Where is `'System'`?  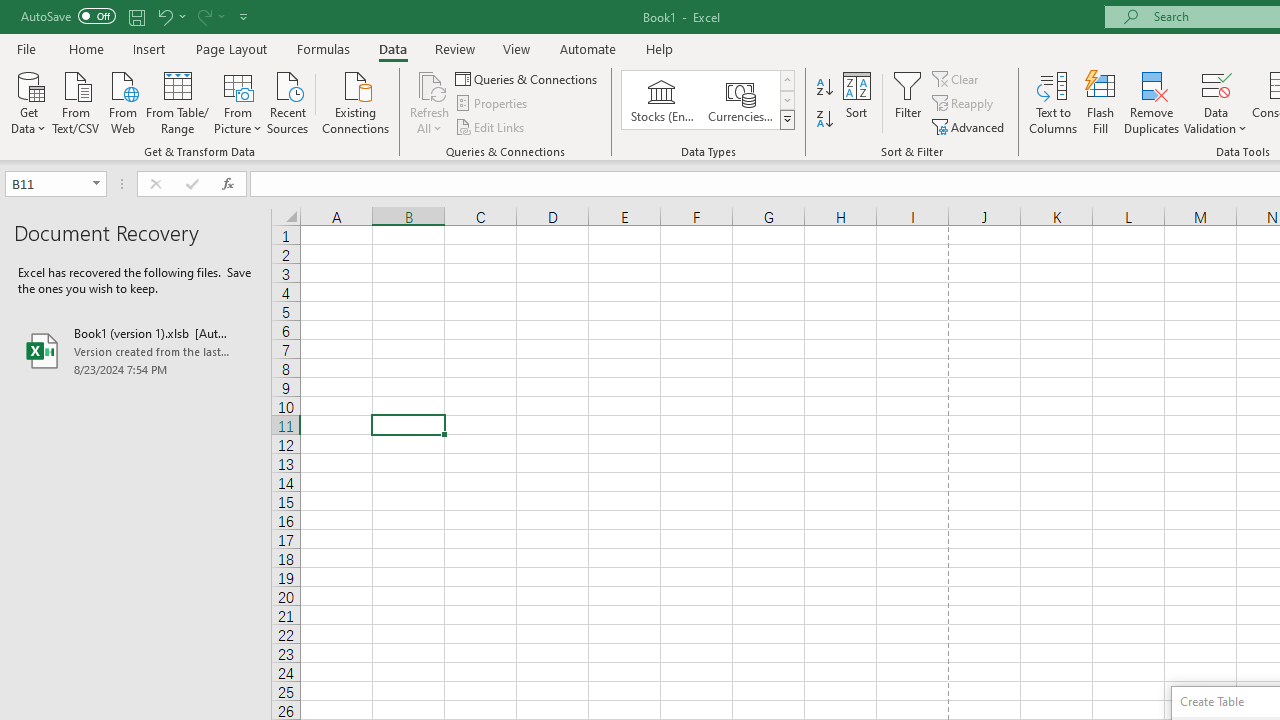
'System' is located at coordinates (10, 11).